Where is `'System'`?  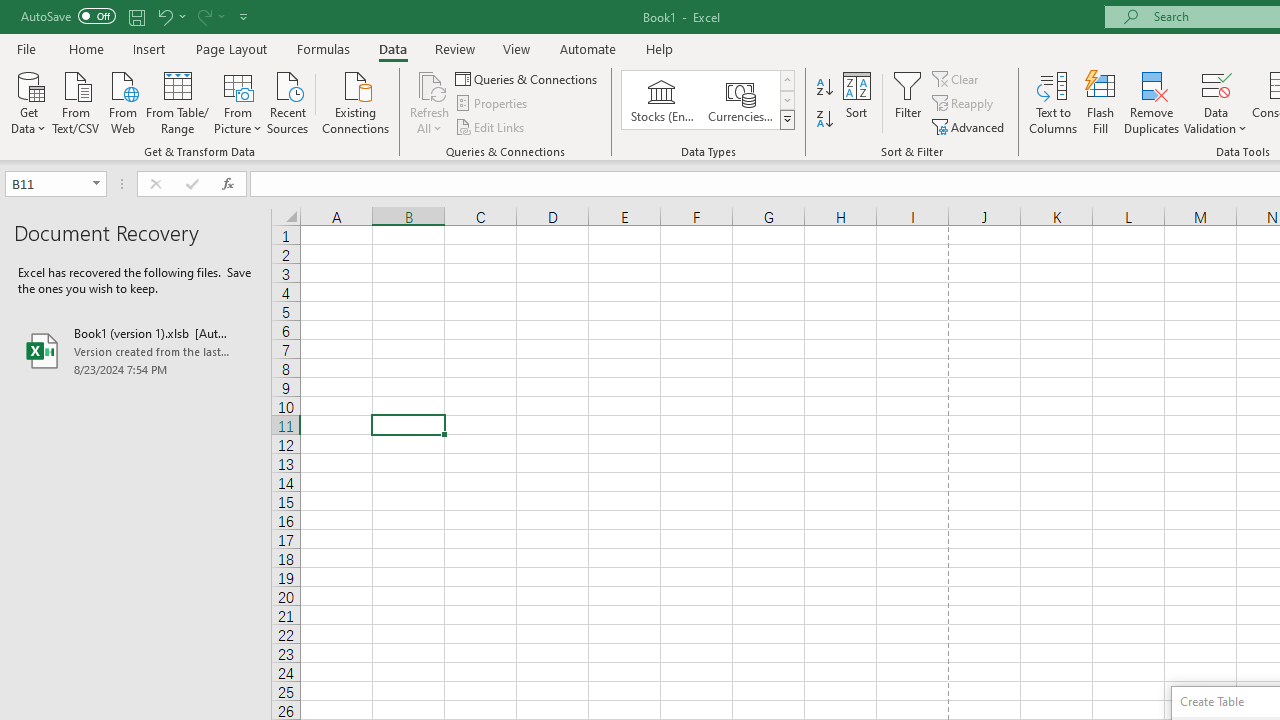
'System' is located at coordinates (10, 11).